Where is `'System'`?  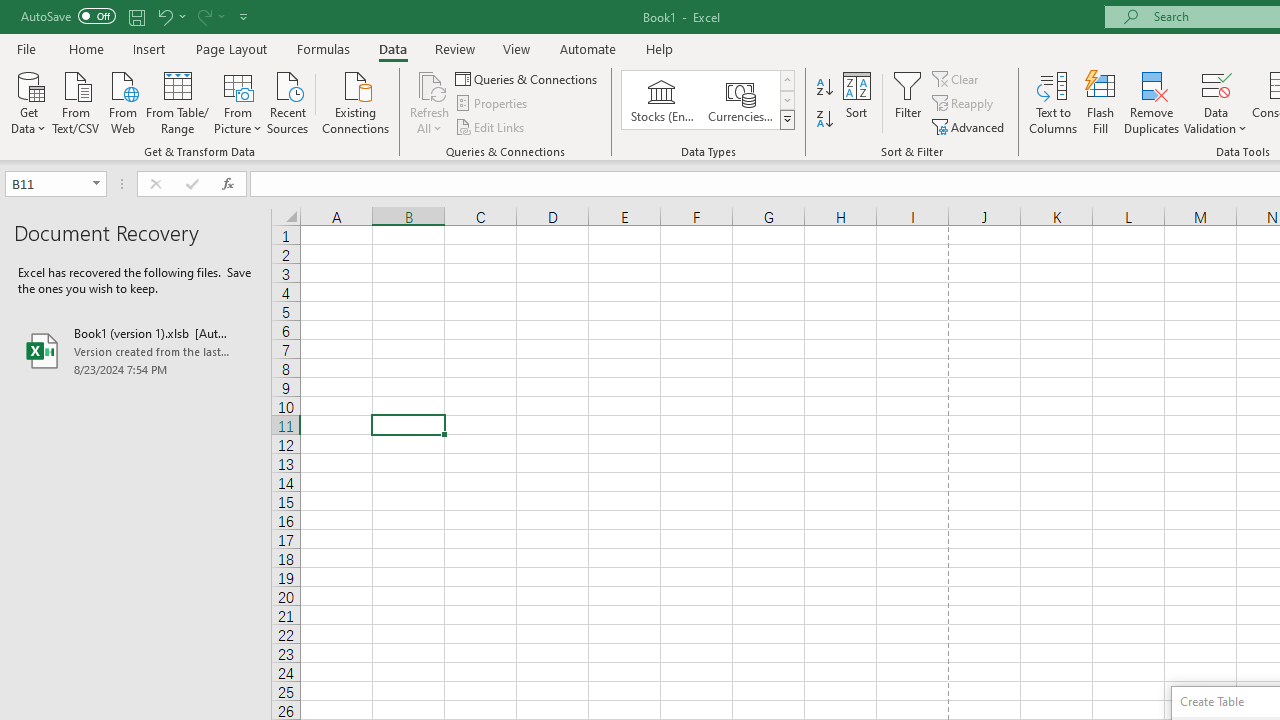
'System' is located at coordinates (10, 11).